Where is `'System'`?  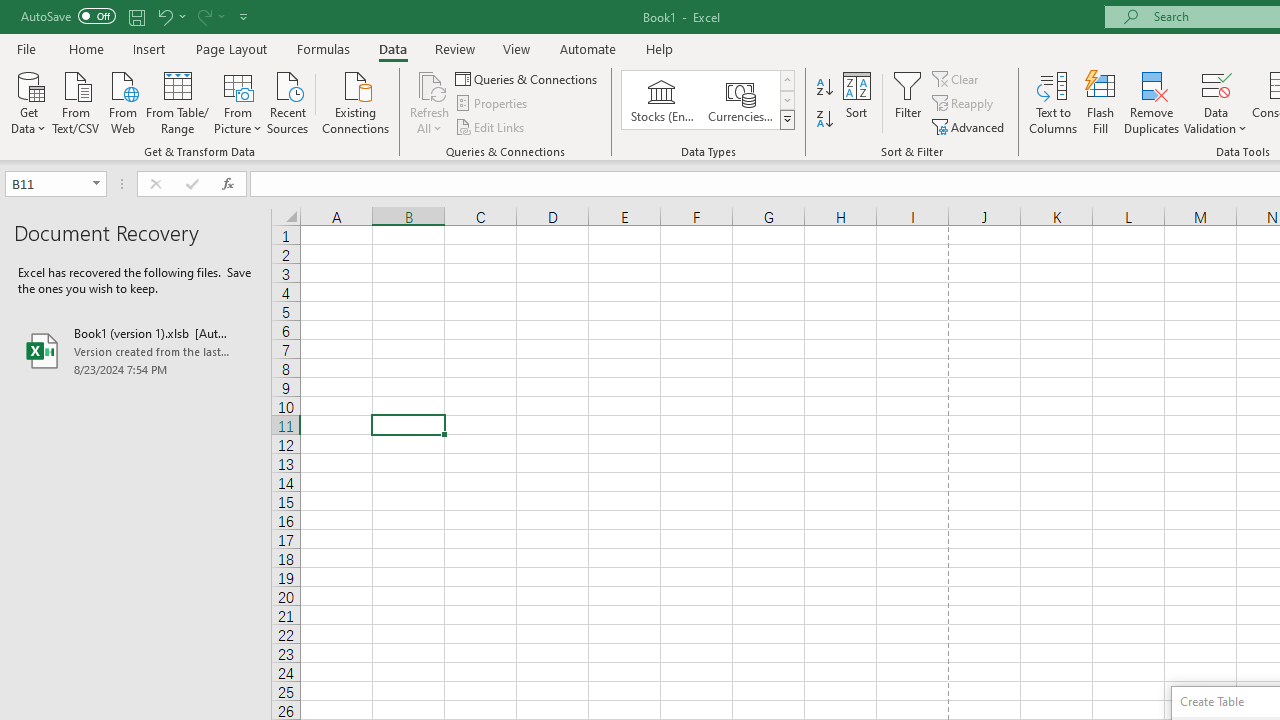
'System' is located at coordinates (10, 11).